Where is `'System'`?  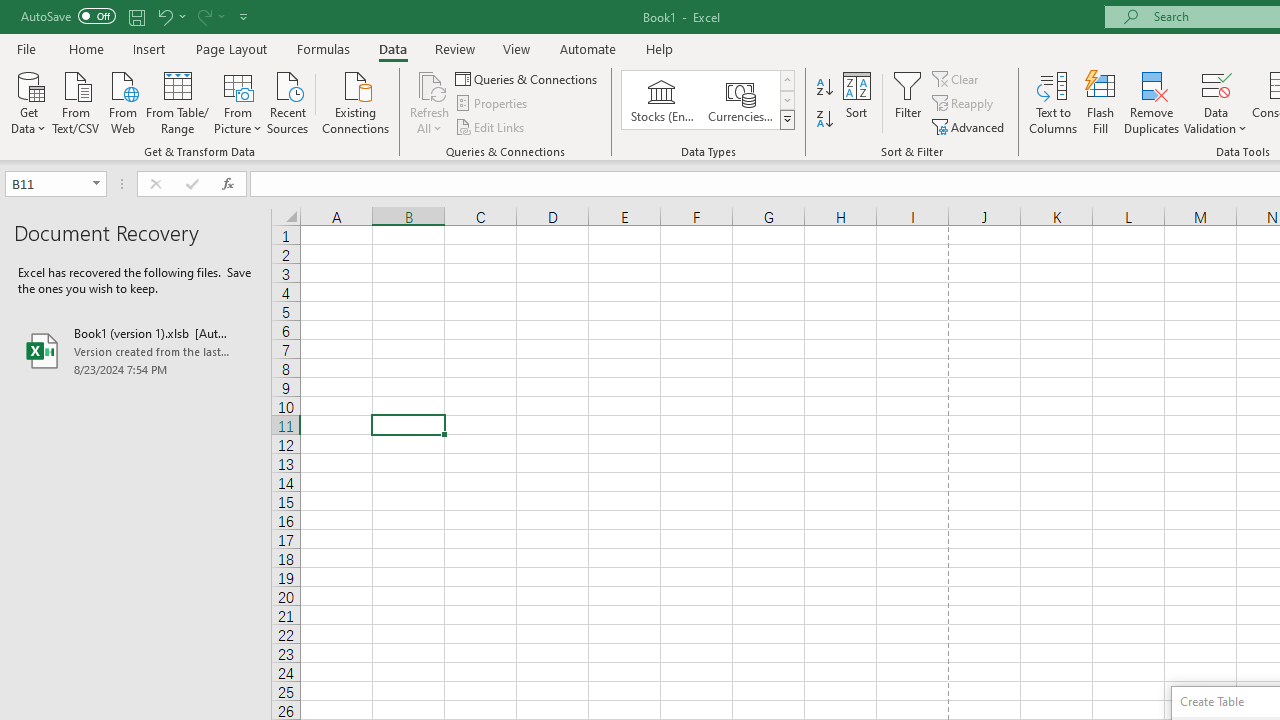
'System' is located at coordinates (10, 11).